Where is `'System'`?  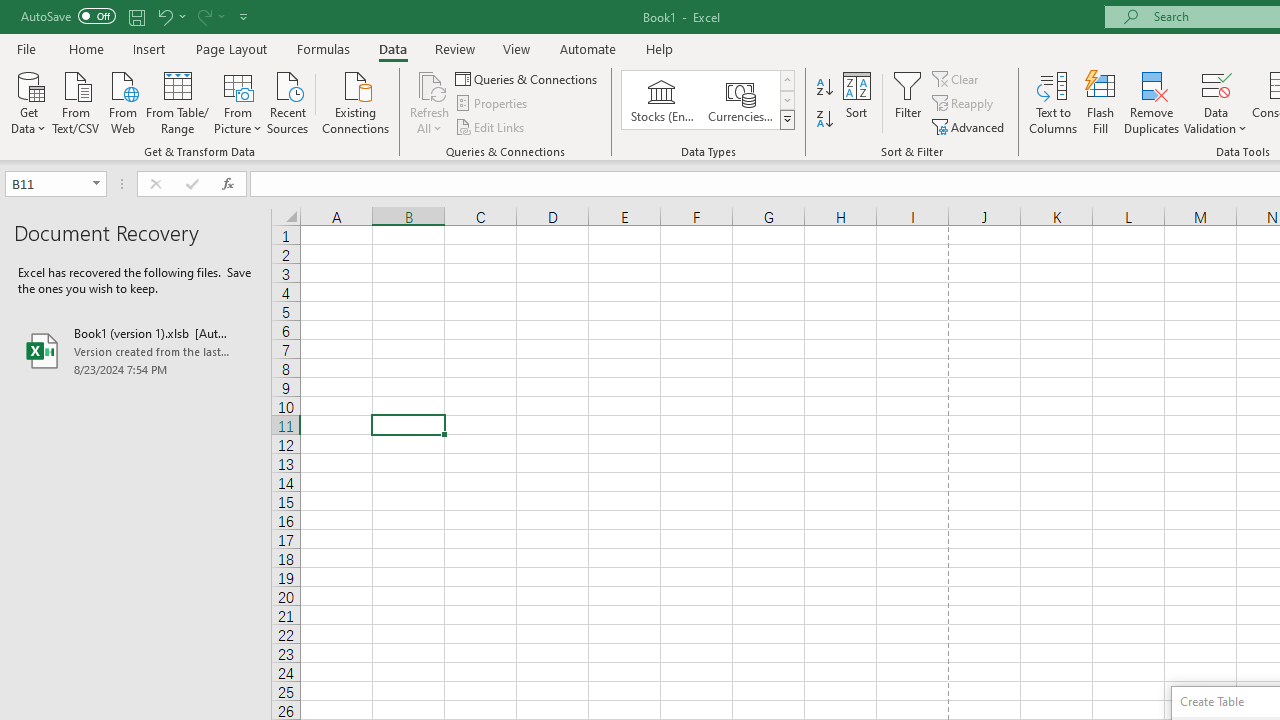
'System' is located at coordinates (10, 11).